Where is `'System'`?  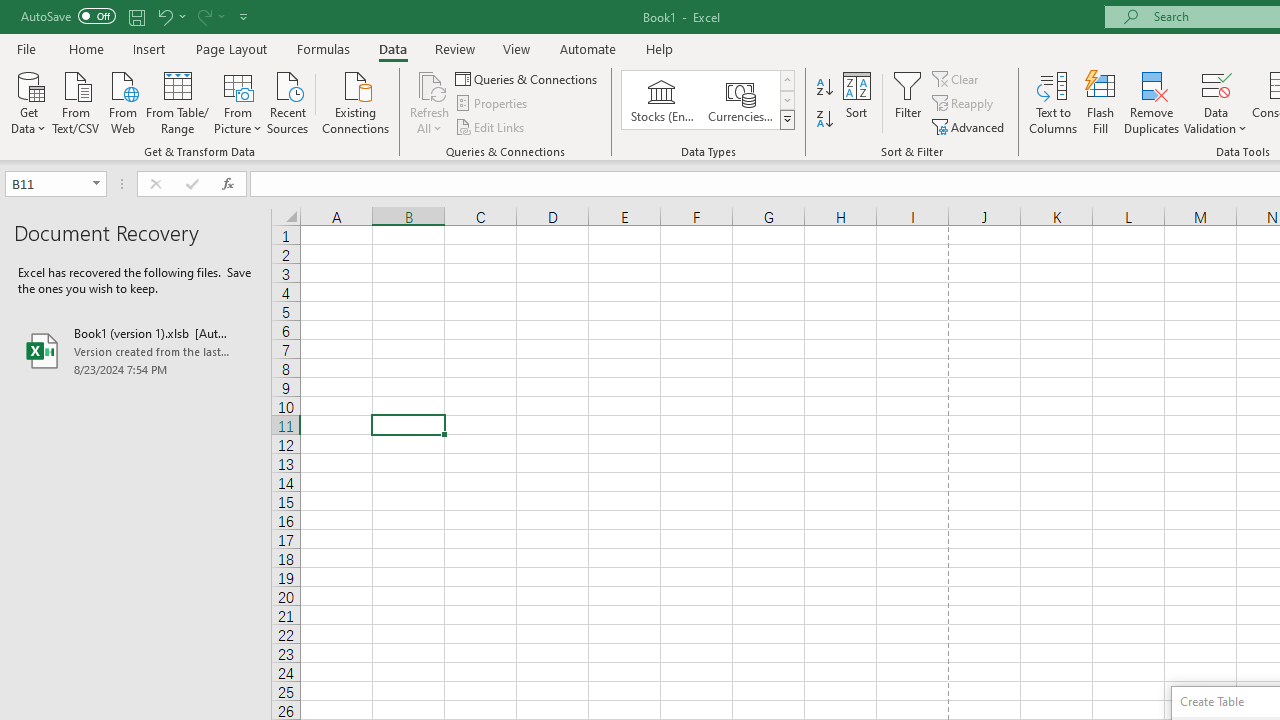
'System' is located at coordinates (10, 11).